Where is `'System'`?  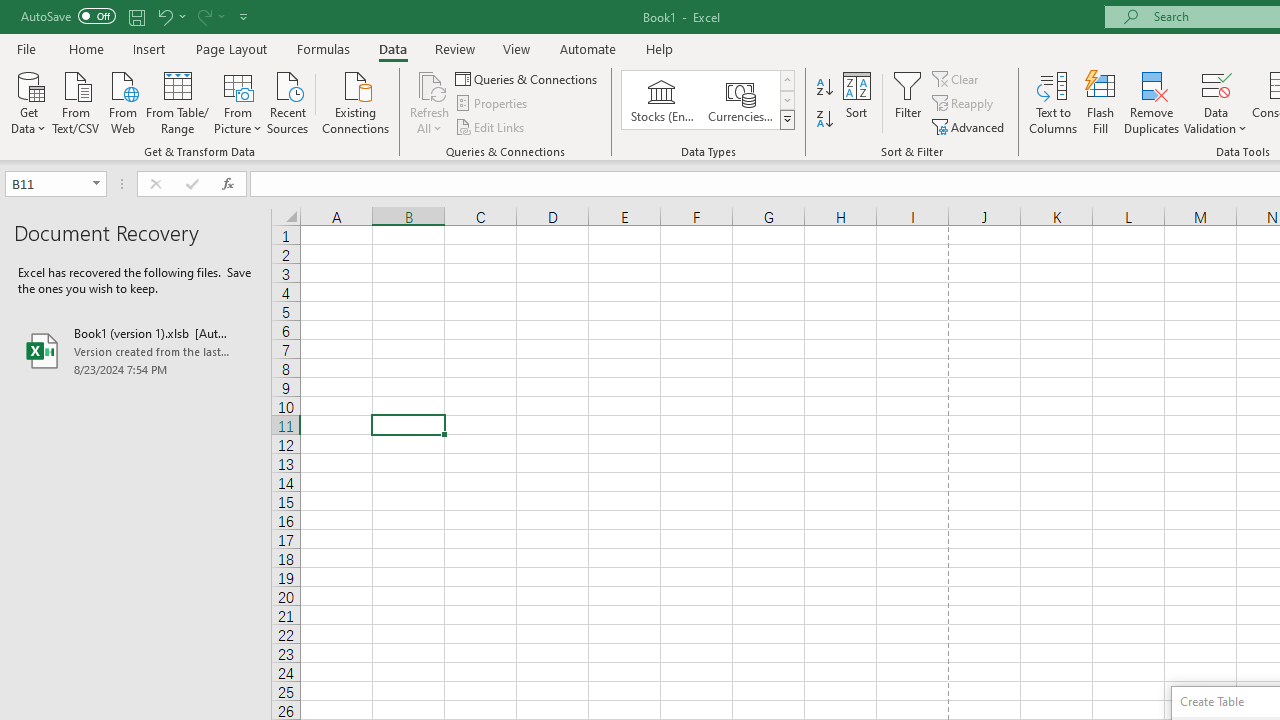
'System' is located at coordinates (10, 11).